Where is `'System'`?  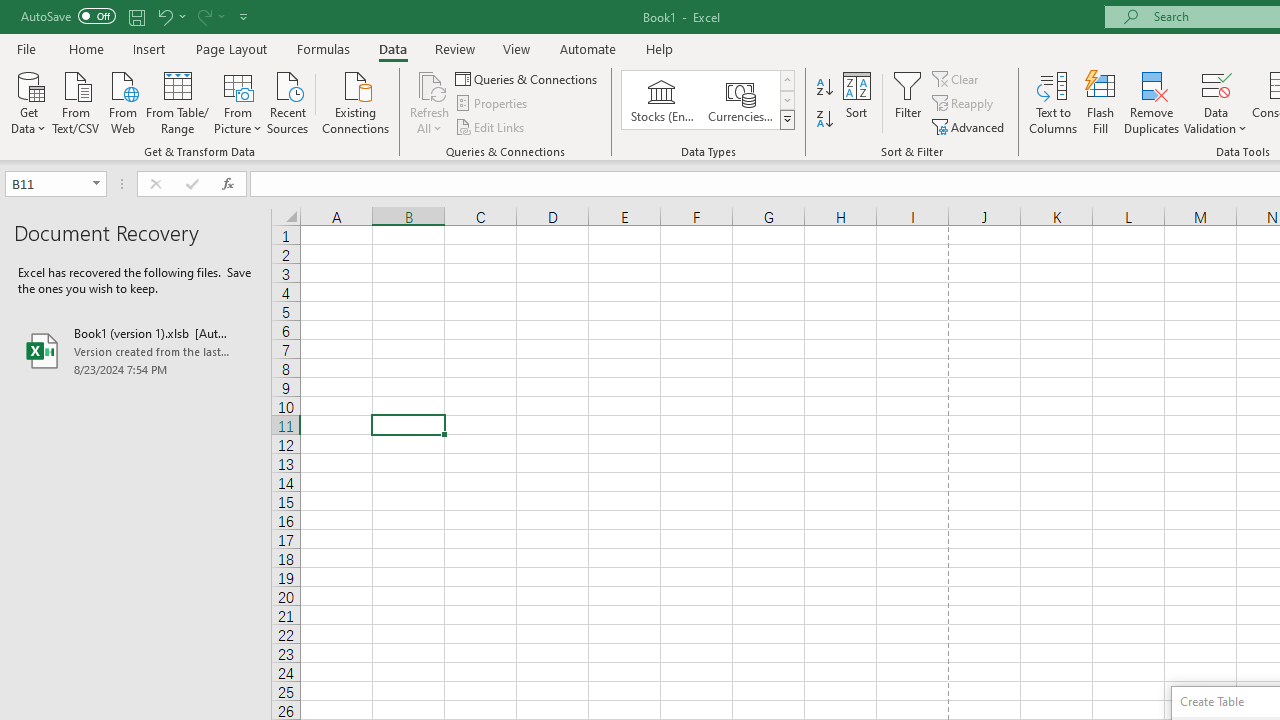
'System' is located at coordinates (10, 11).